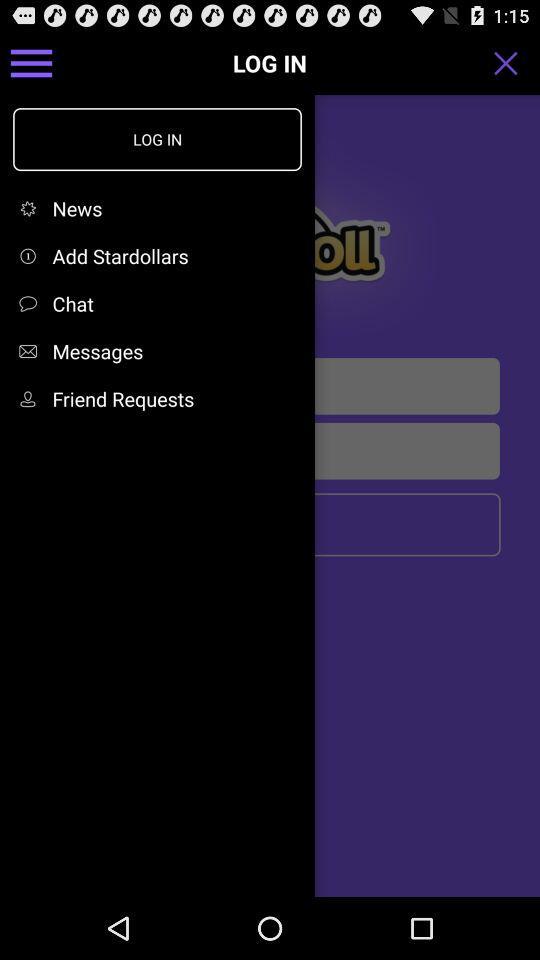 The image size is (540, 960). What do you see at coordinates (156, 138) in the screenshot?
I see `the login in which is above the news` at bounding box center [156, 138].